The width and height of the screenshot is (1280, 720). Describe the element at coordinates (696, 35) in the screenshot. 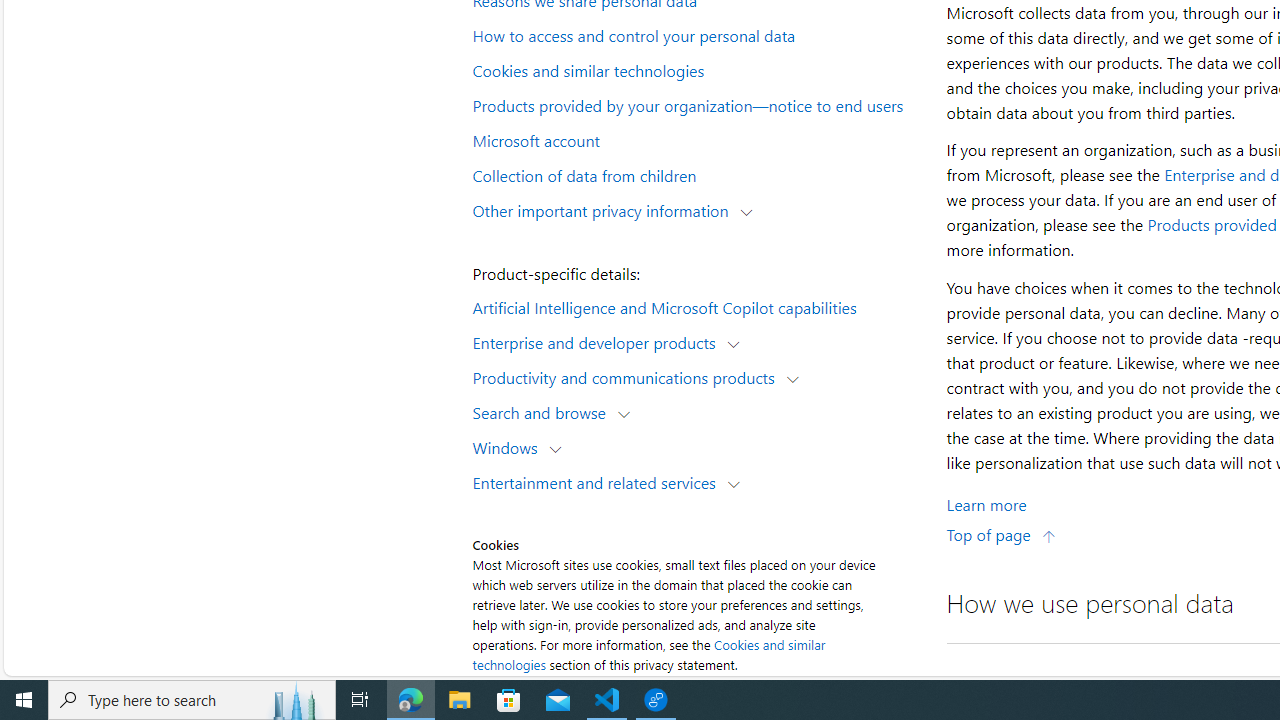

I see `'How to access and control your personal data'` at that location.